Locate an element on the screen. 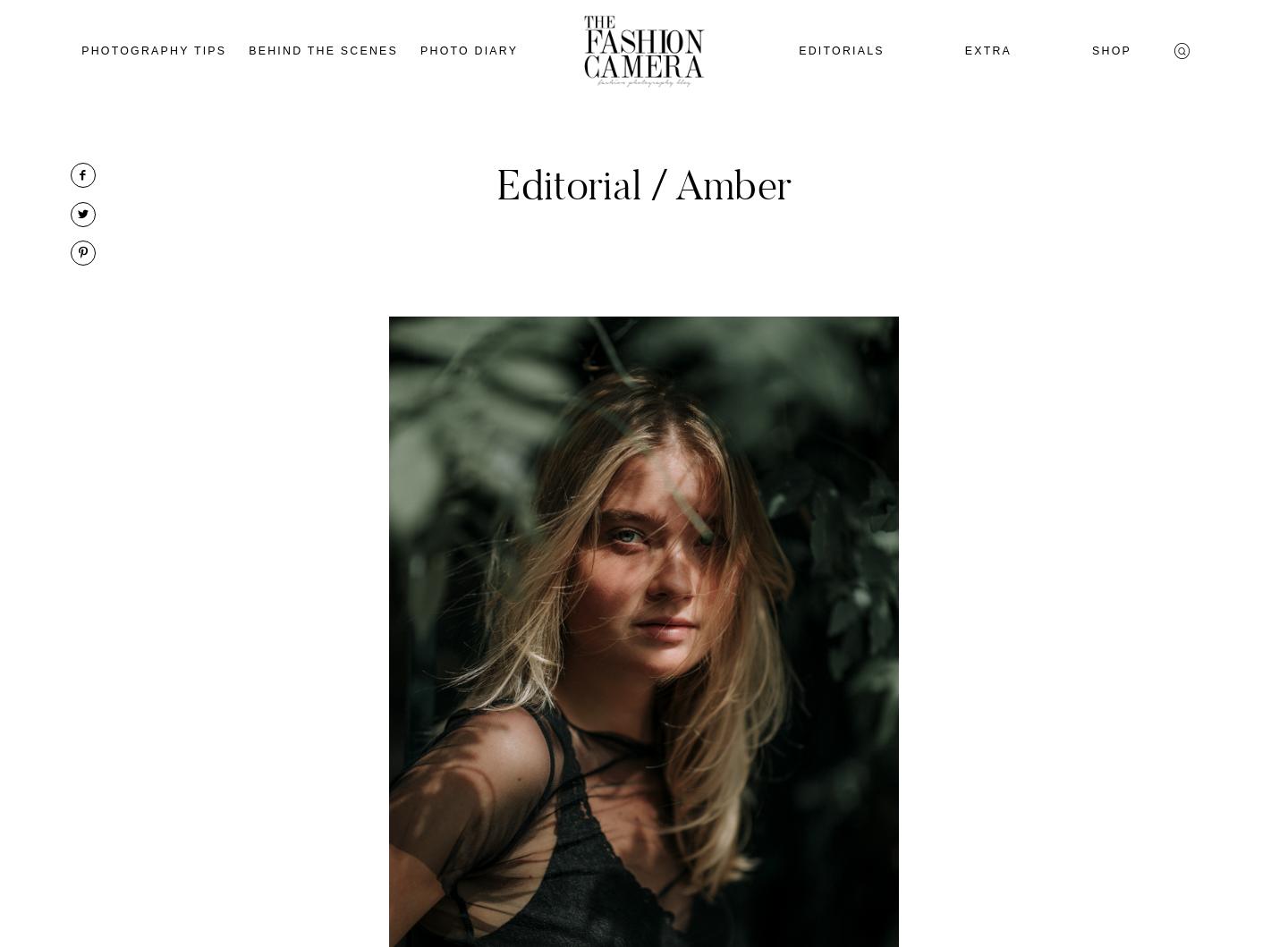 The image size is (1288, 947). 'Checkout' is located at coordinates (1123, 244).